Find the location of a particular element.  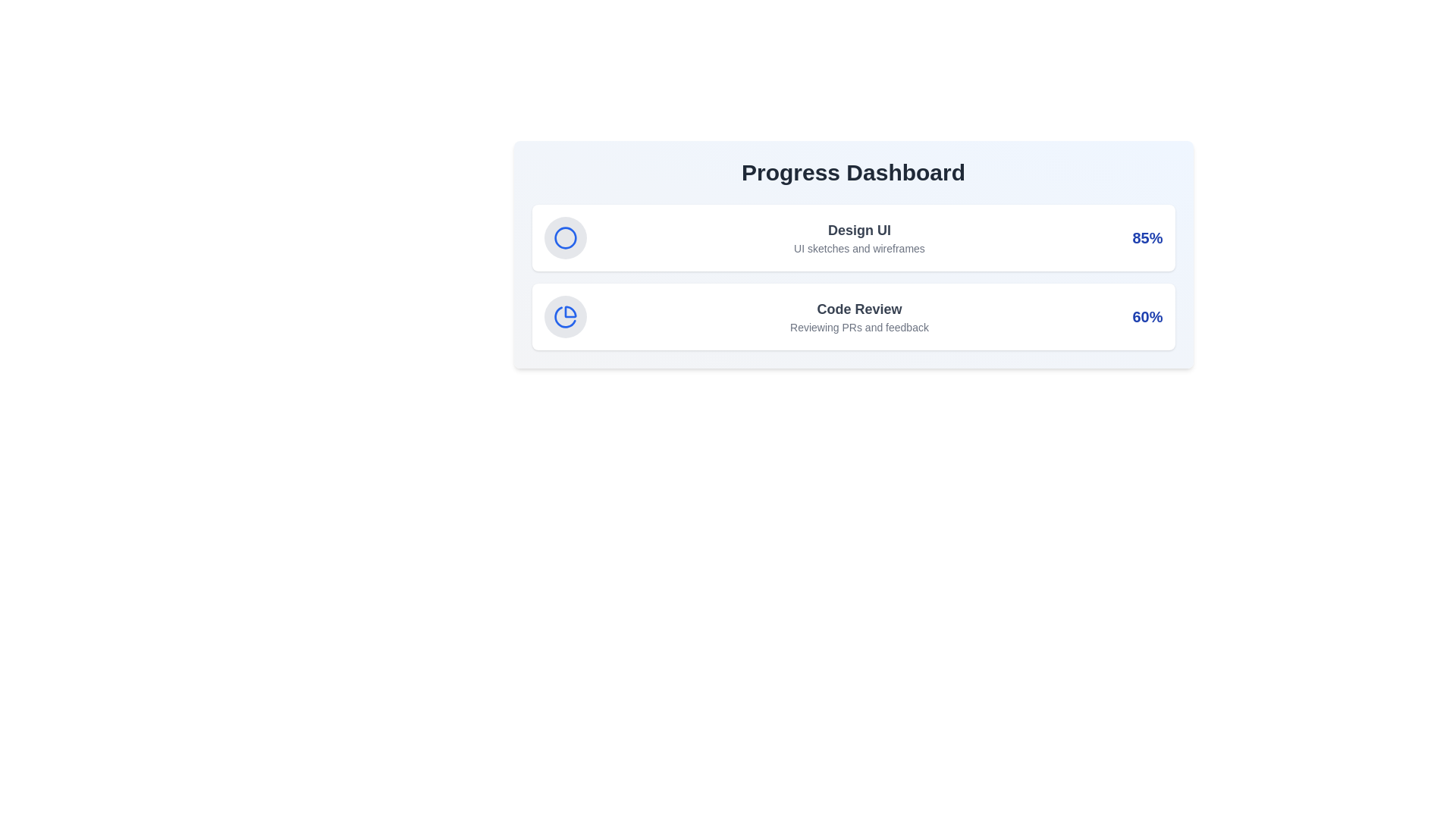

the text element that serves as a title or heading, positioned above the subtitle 'Reviewing PRs and feedback' in the vertical list of items is located at coordinates (859, 309).